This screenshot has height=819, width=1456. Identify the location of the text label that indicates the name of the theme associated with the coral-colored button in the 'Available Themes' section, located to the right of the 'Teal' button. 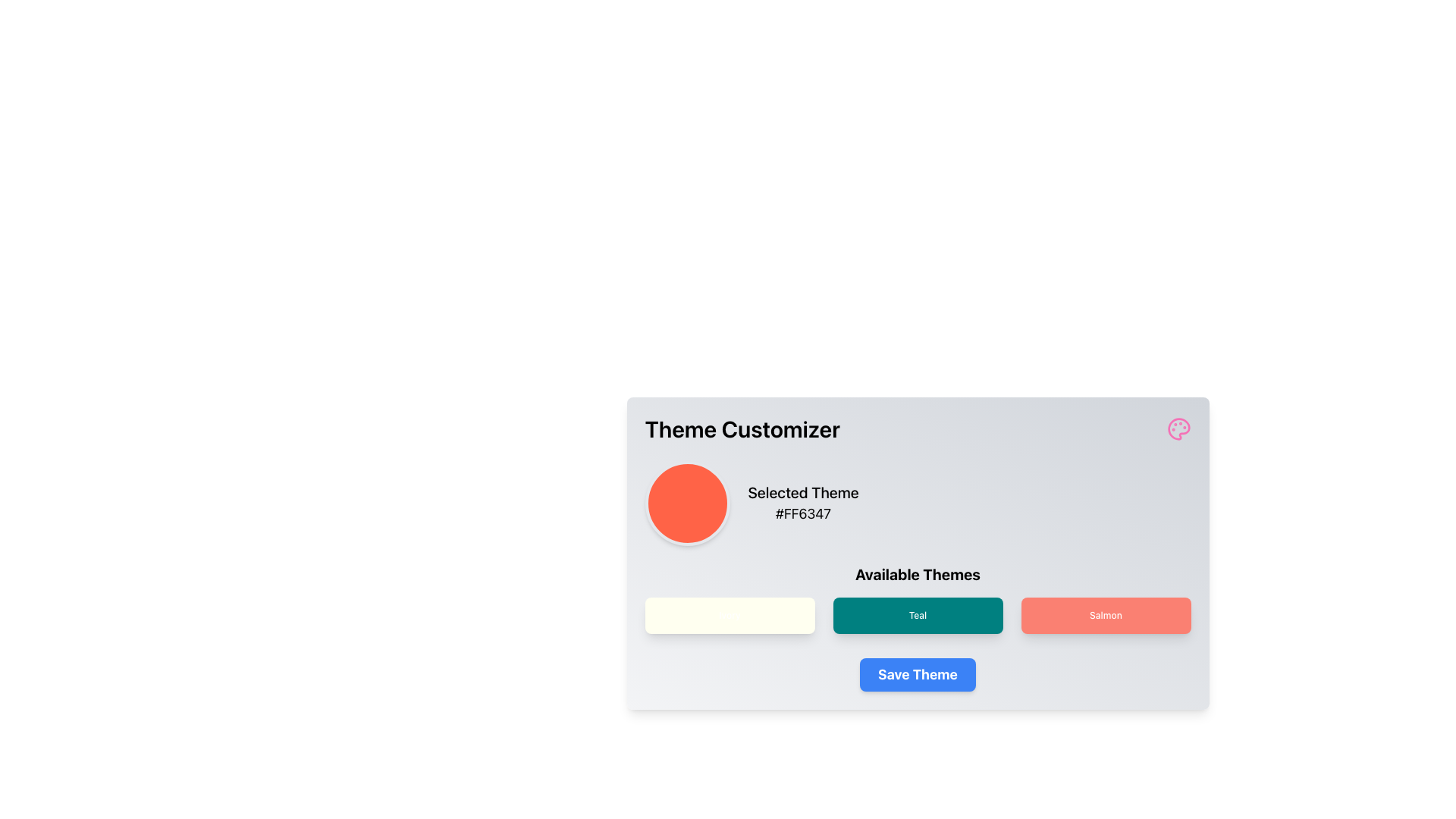
(1106, 616).